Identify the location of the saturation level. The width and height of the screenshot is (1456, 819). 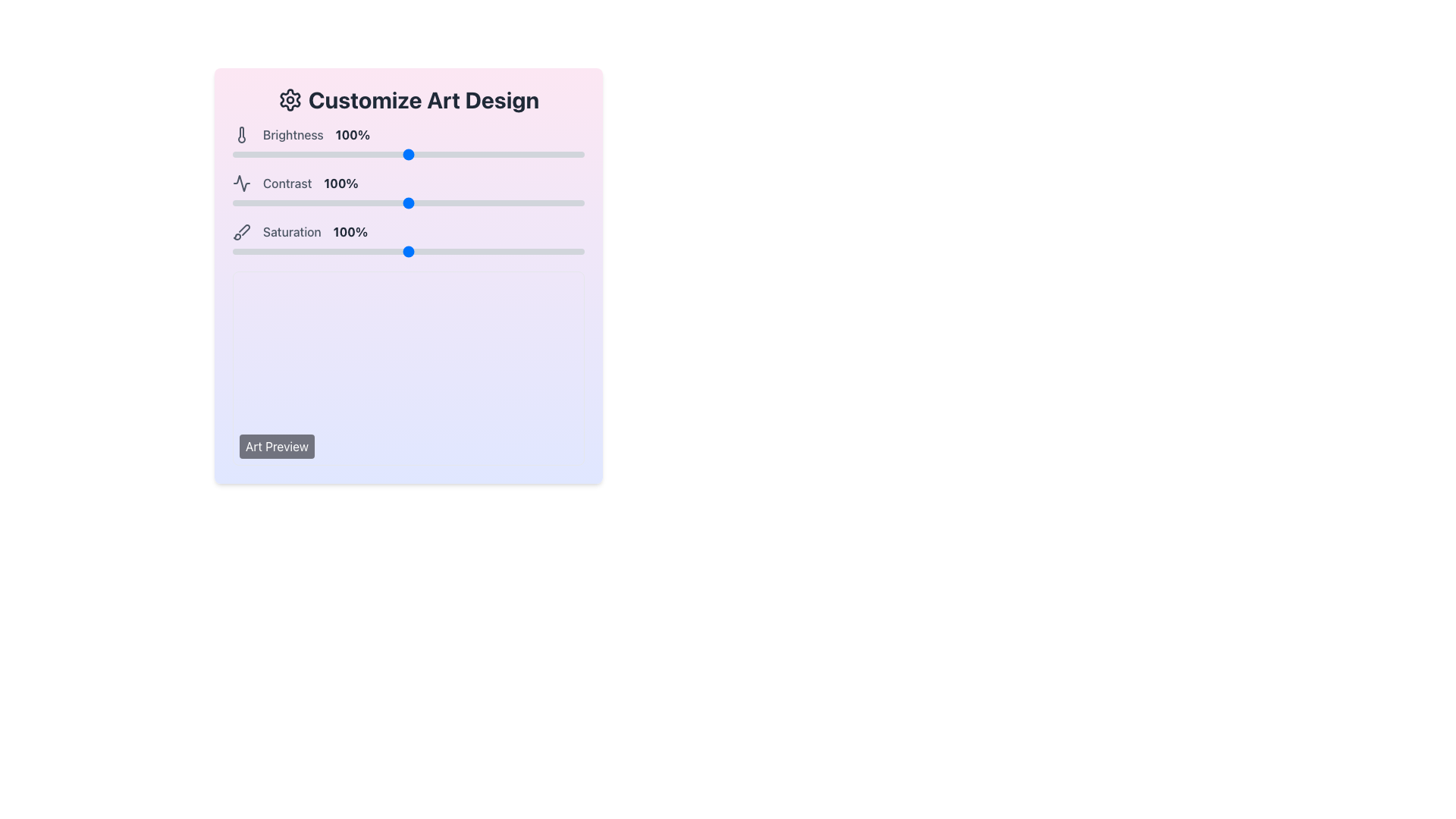
(568, 250).